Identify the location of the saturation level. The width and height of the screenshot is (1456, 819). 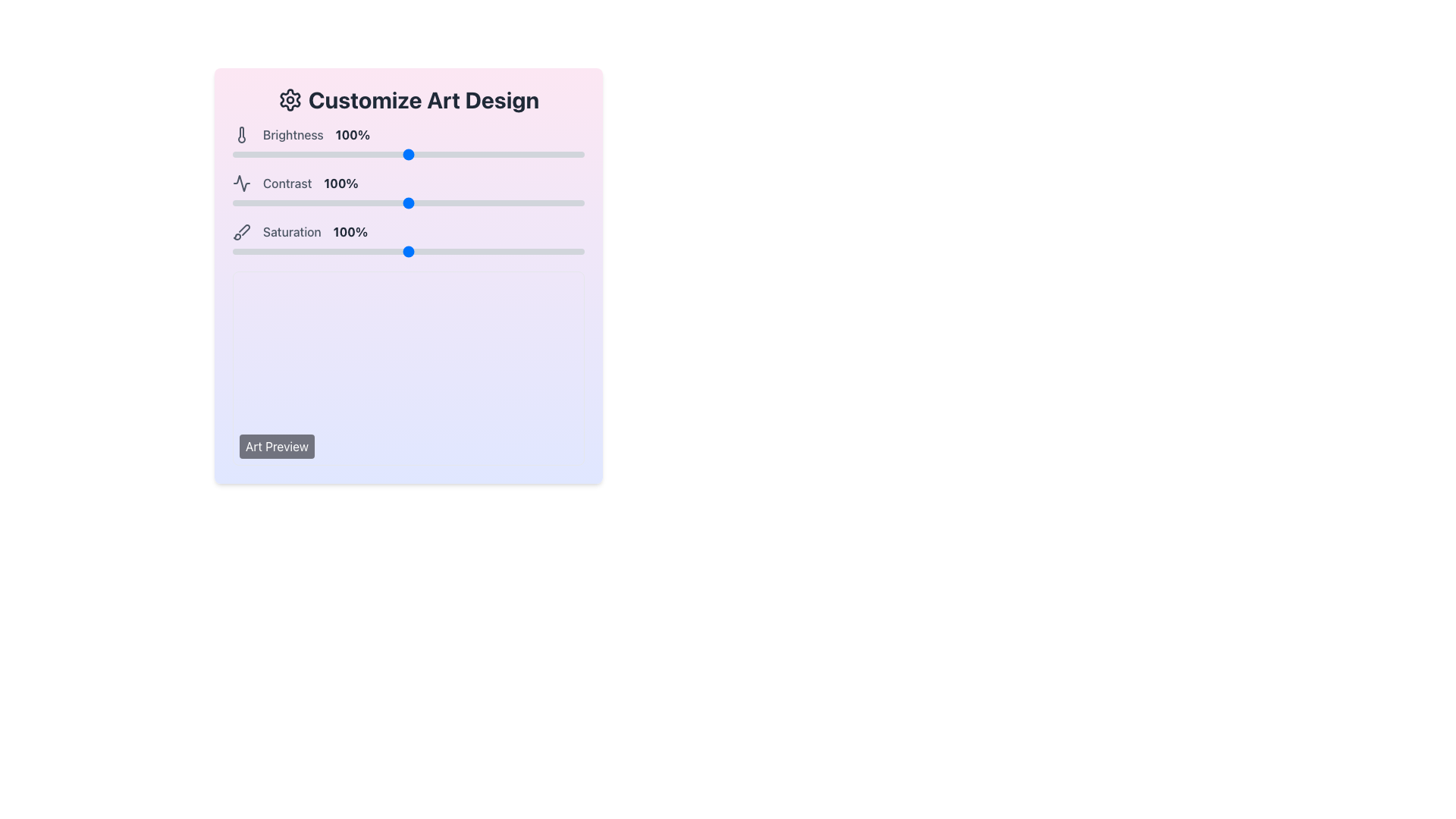
(568, 250).